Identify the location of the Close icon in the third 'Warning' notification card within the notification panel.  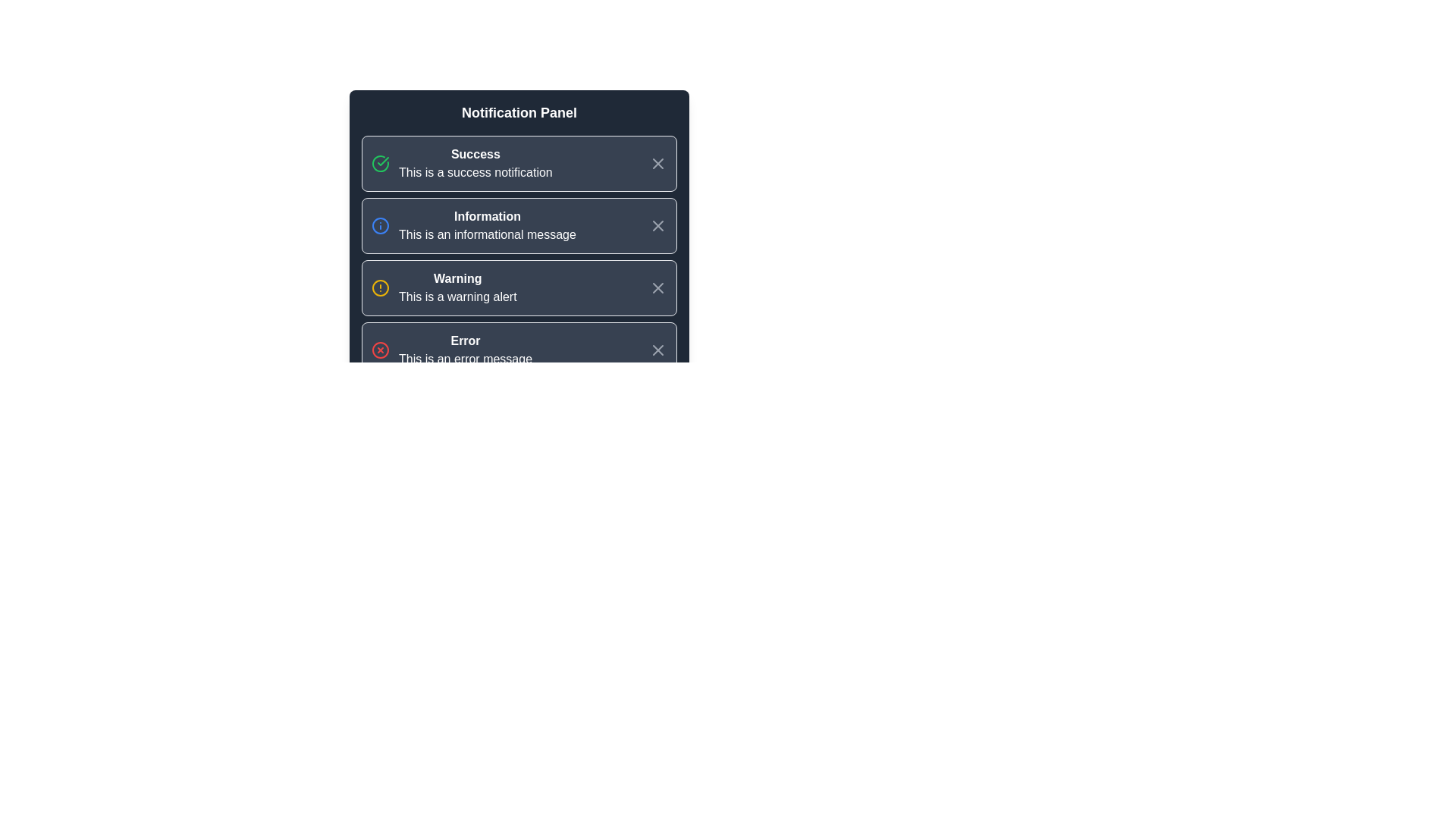
(658, 288).